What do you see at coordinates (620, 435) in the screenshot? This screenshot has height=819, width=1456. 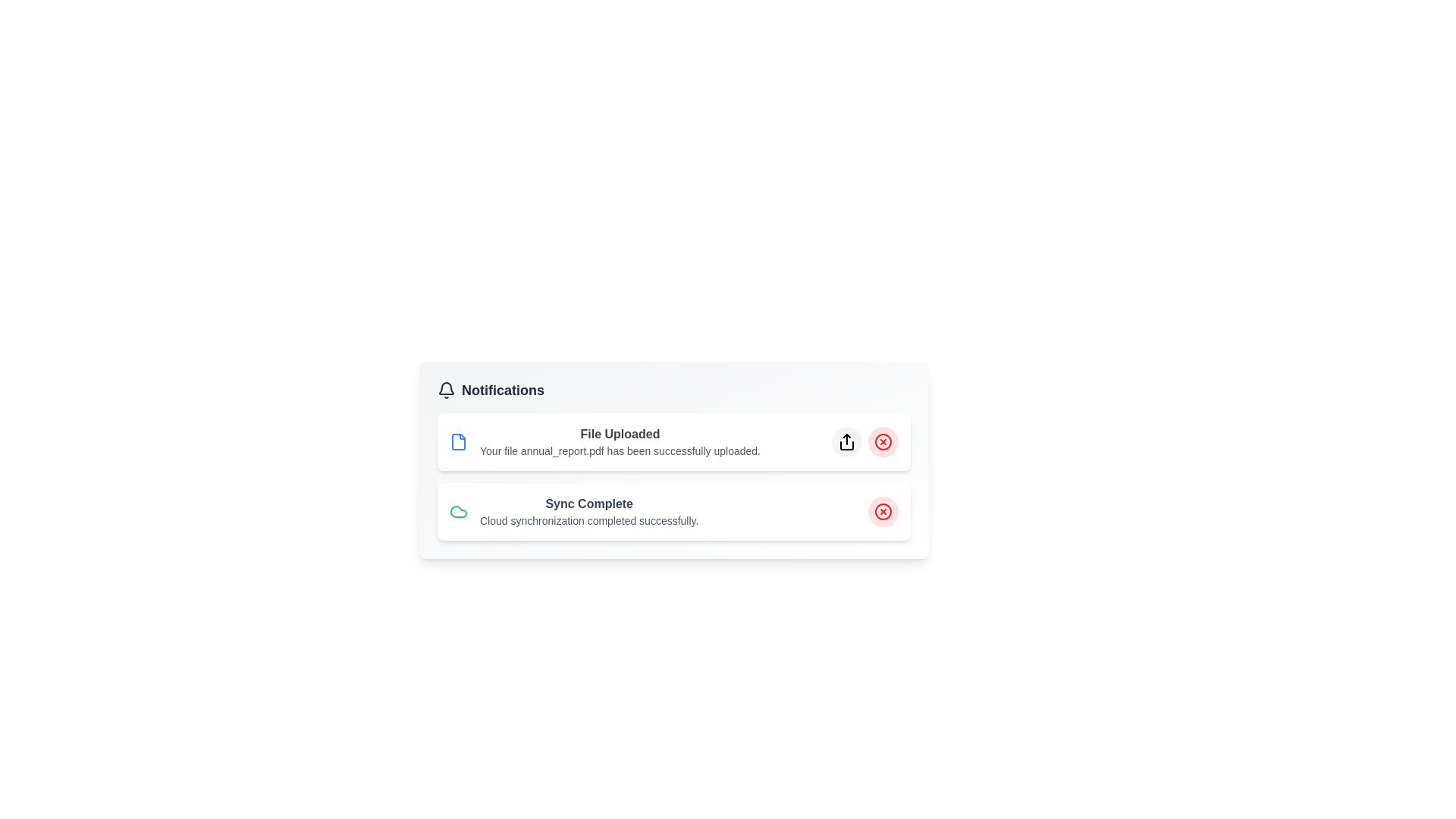 I see `the text label indicating the successful upload of a file, which is located in the upper section of the notification card above the text 'Your file annual_report.pdf has been successfully uploaded.'` at bounding box center [620, 435].